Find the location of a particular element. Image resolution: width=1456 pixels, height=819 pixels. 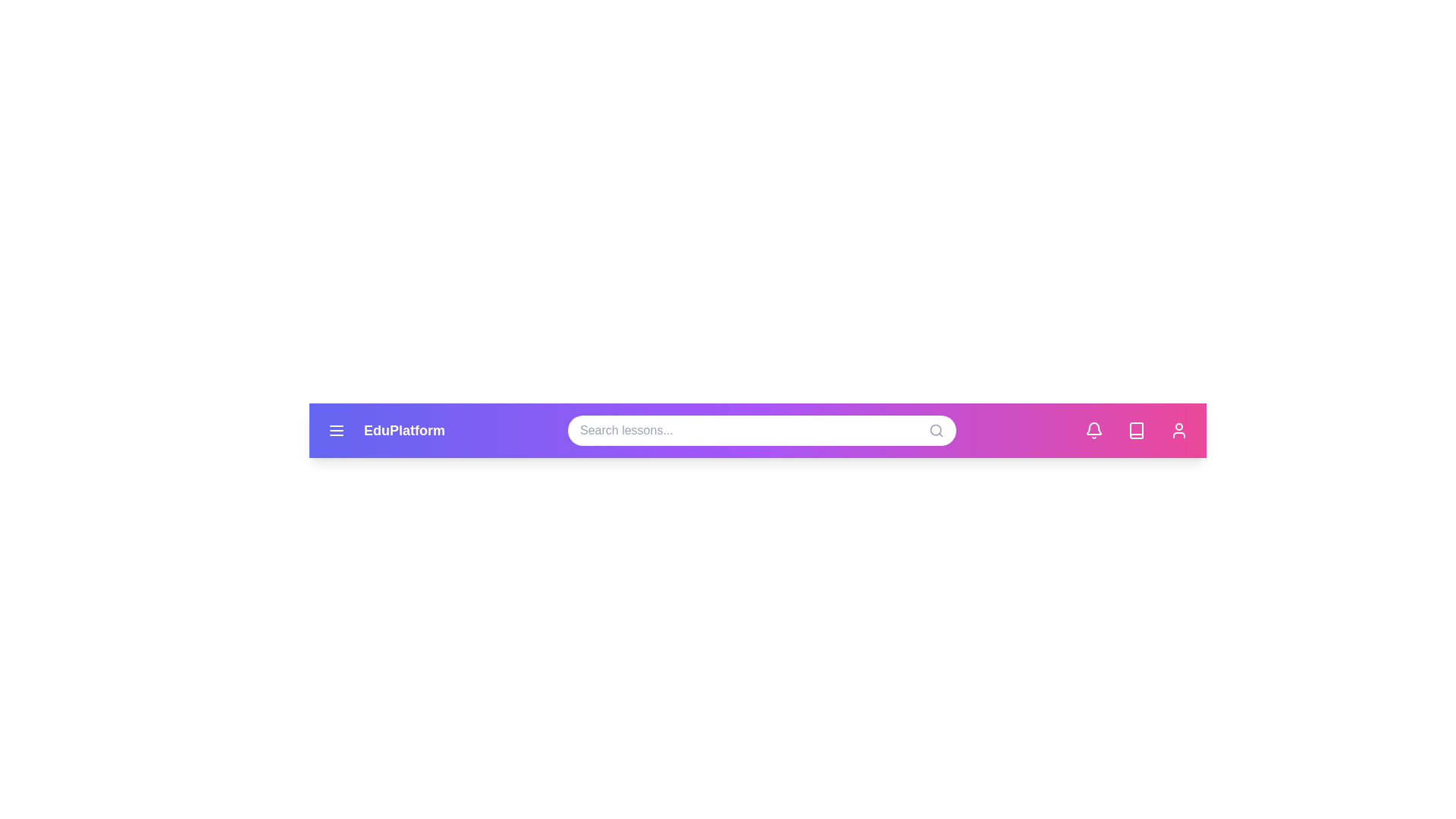

the bell icon to access notifications is located at coordinates (1094, 430).